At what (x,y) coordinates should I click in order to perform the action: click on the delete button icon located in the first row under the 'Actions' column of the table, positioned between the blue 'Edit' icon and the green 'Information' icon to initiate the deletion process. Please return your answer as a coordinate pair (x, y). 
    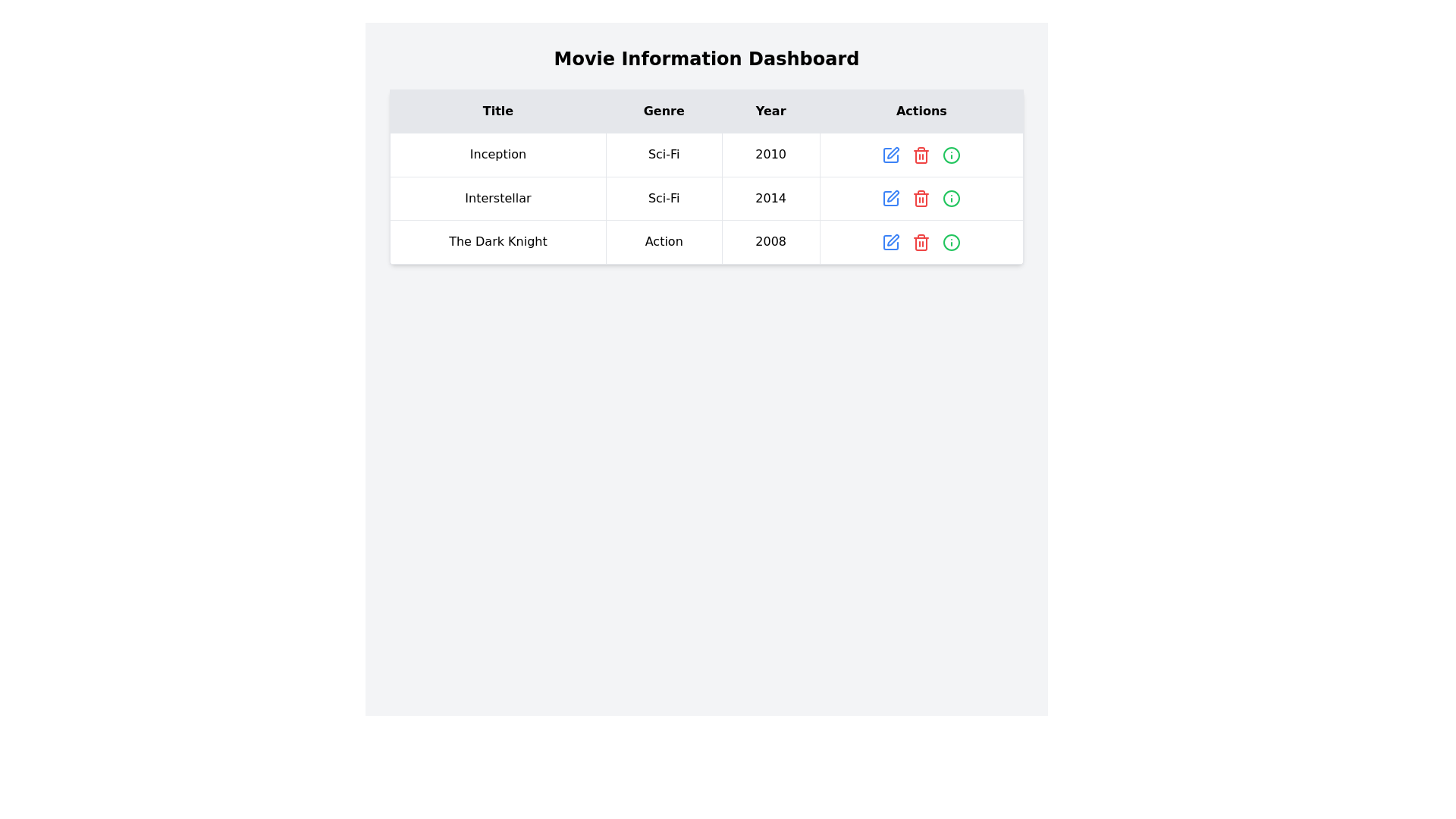
    Looking at the image, I should click on (921, 155).